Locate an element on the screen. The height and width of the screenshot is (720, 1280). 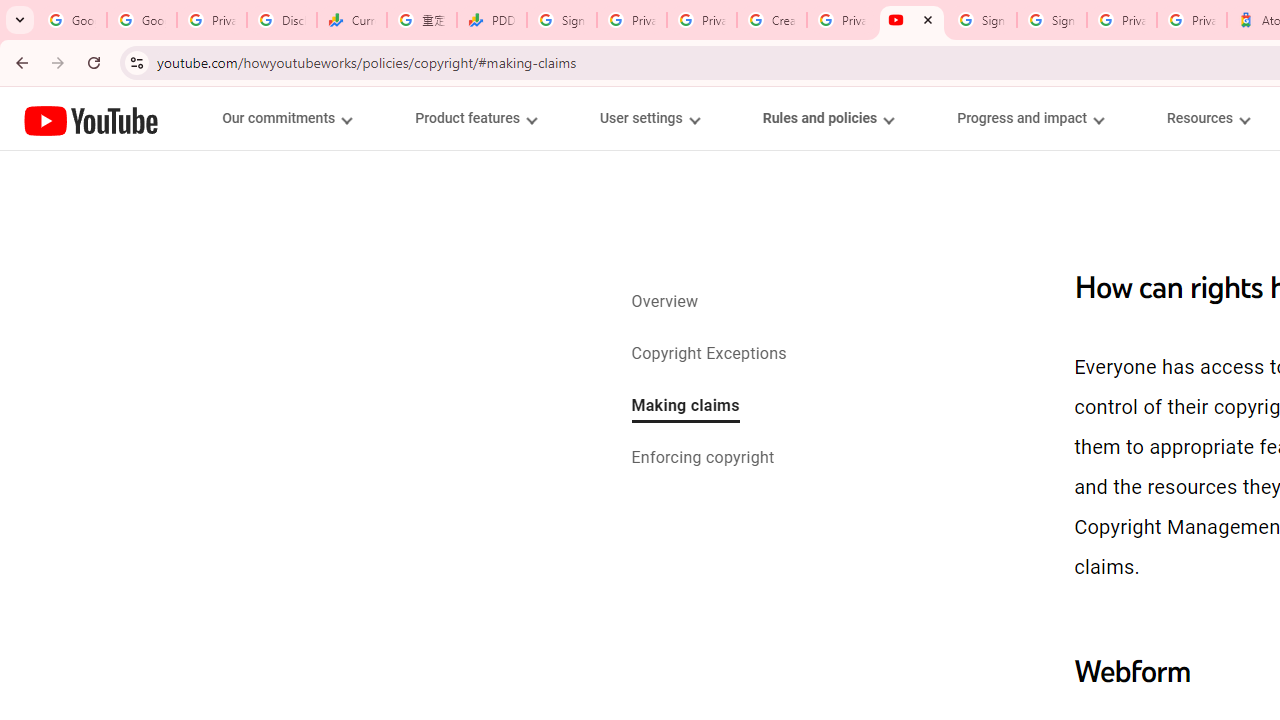
'Progress and impact menupopup' is located at coordinates (1030, 118).